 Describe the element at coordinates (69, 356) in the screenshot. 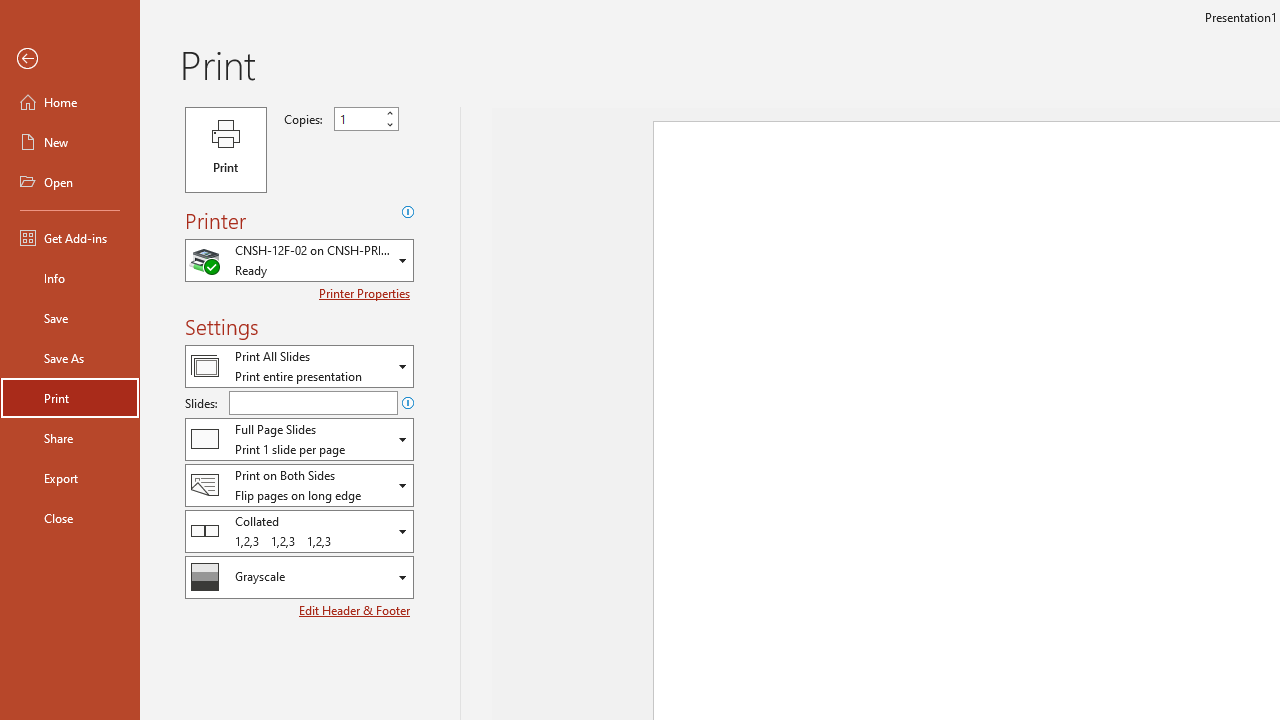

I see `'Save As'` at that location.